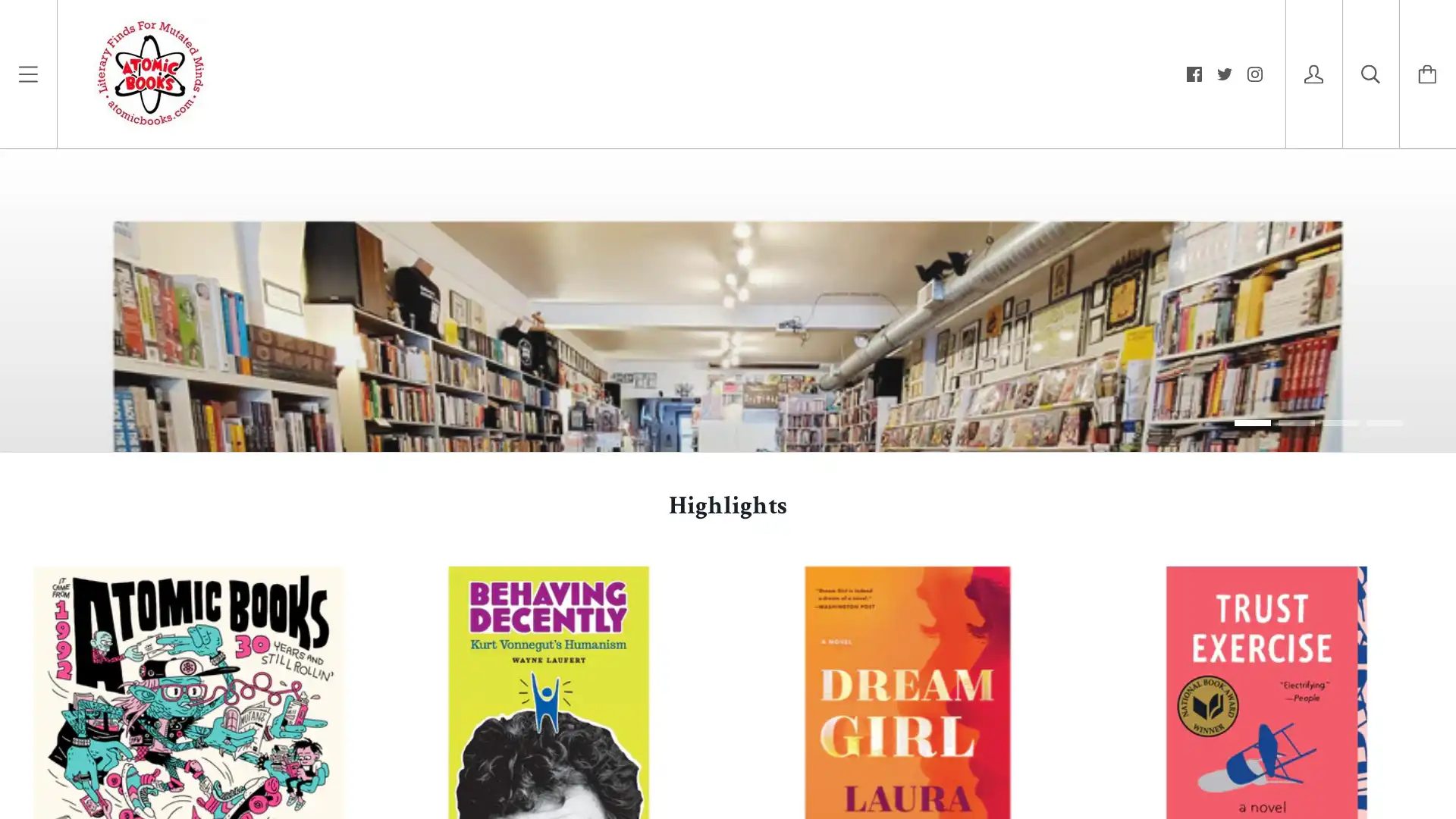 The width and height of the screenshot is (1456, 819). Describe the element at coordinates (1252, 748) in the screenshot. I see `1` at that location.